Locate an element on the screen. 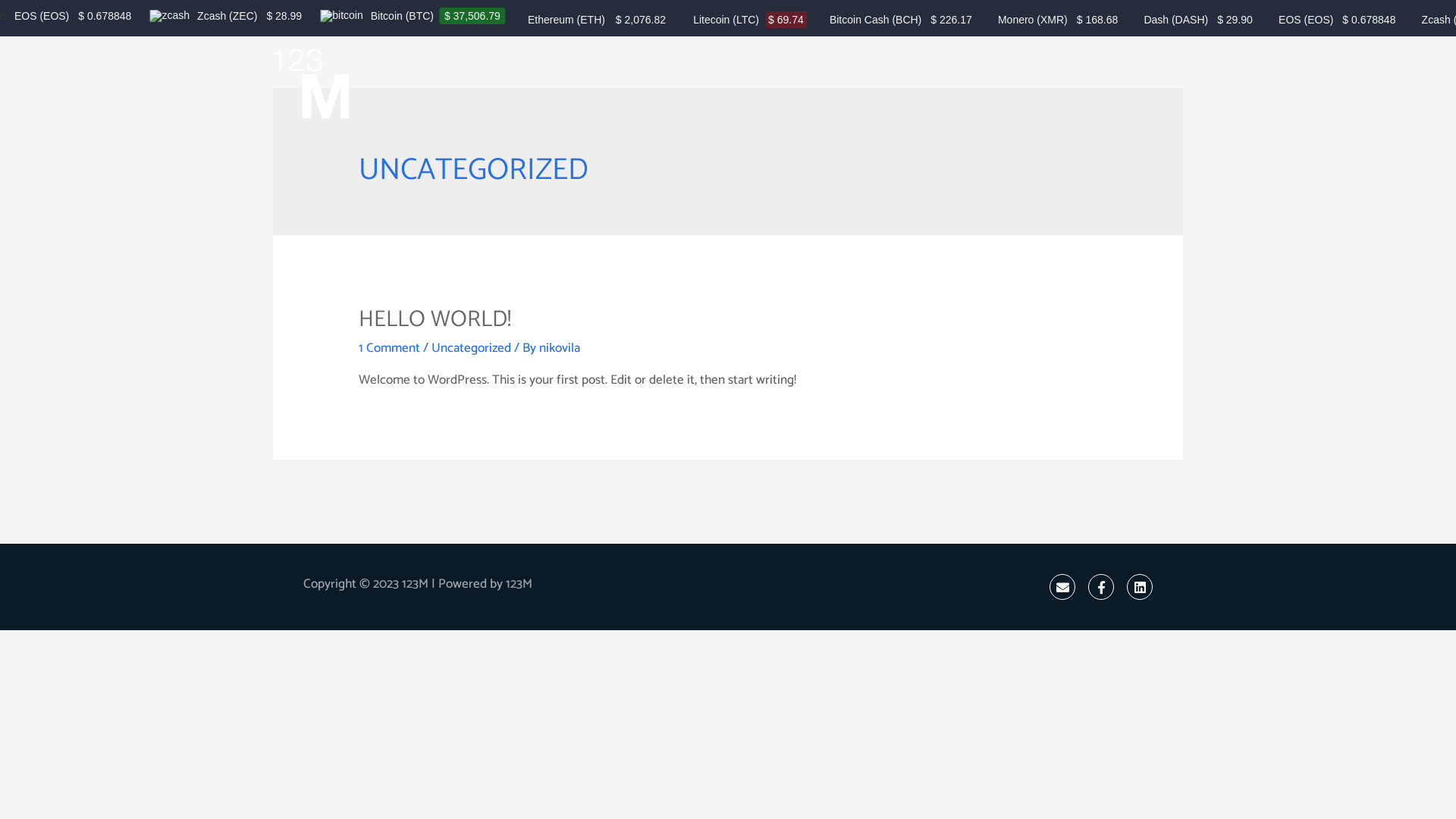  'HELLO WORLD!' is located at coordinates (434, 318).